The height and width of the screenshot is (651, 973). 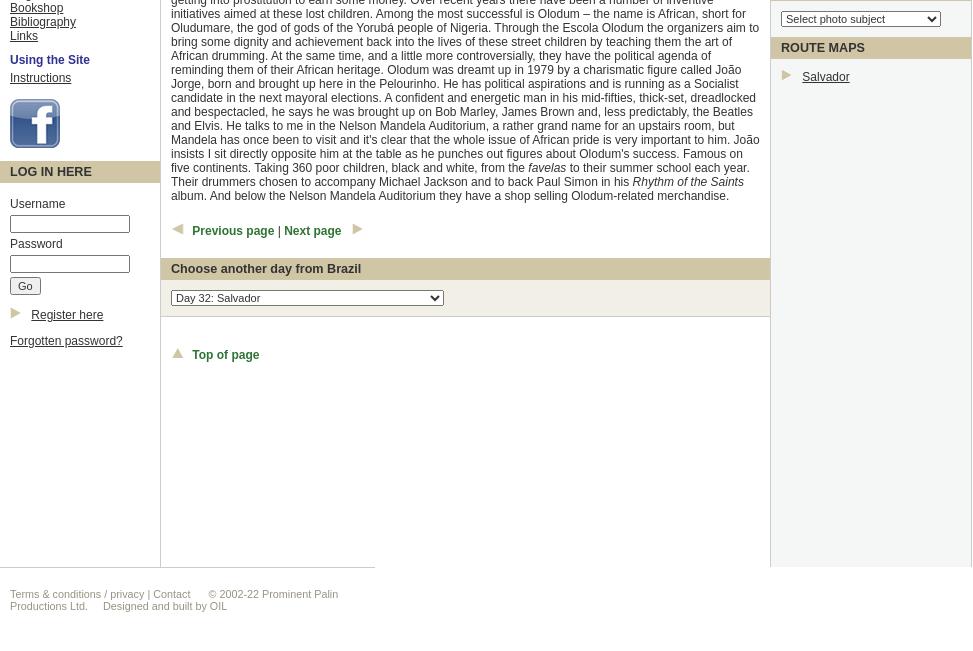 What do you see at coordinates (284, 229) in the screenshot?
I see `'Next page'` at bounding box center [284, 229].